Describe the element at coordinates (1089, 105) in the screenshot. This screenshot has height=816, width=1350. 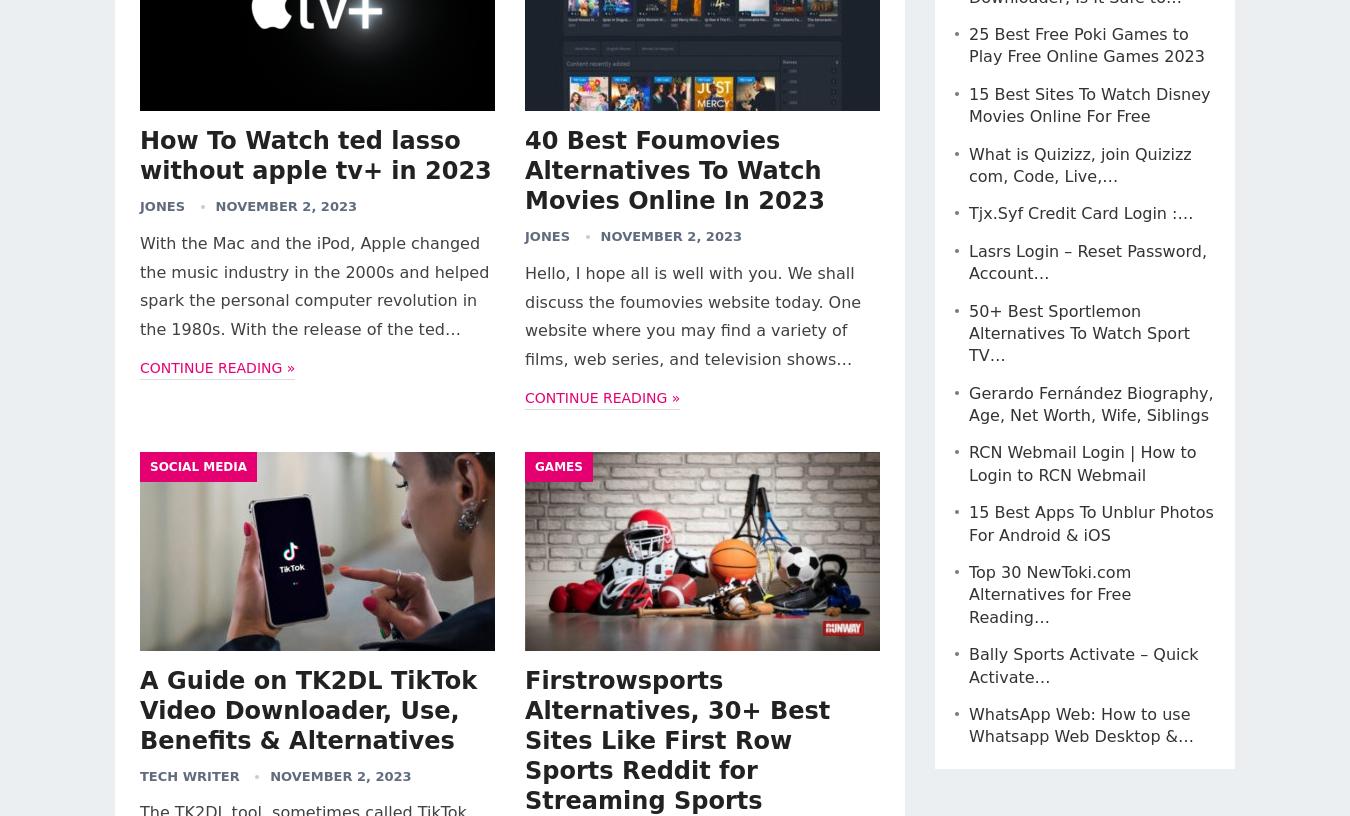
I see `'15 Best Sites To Watch Disney Movies Online For Free'` at that location.